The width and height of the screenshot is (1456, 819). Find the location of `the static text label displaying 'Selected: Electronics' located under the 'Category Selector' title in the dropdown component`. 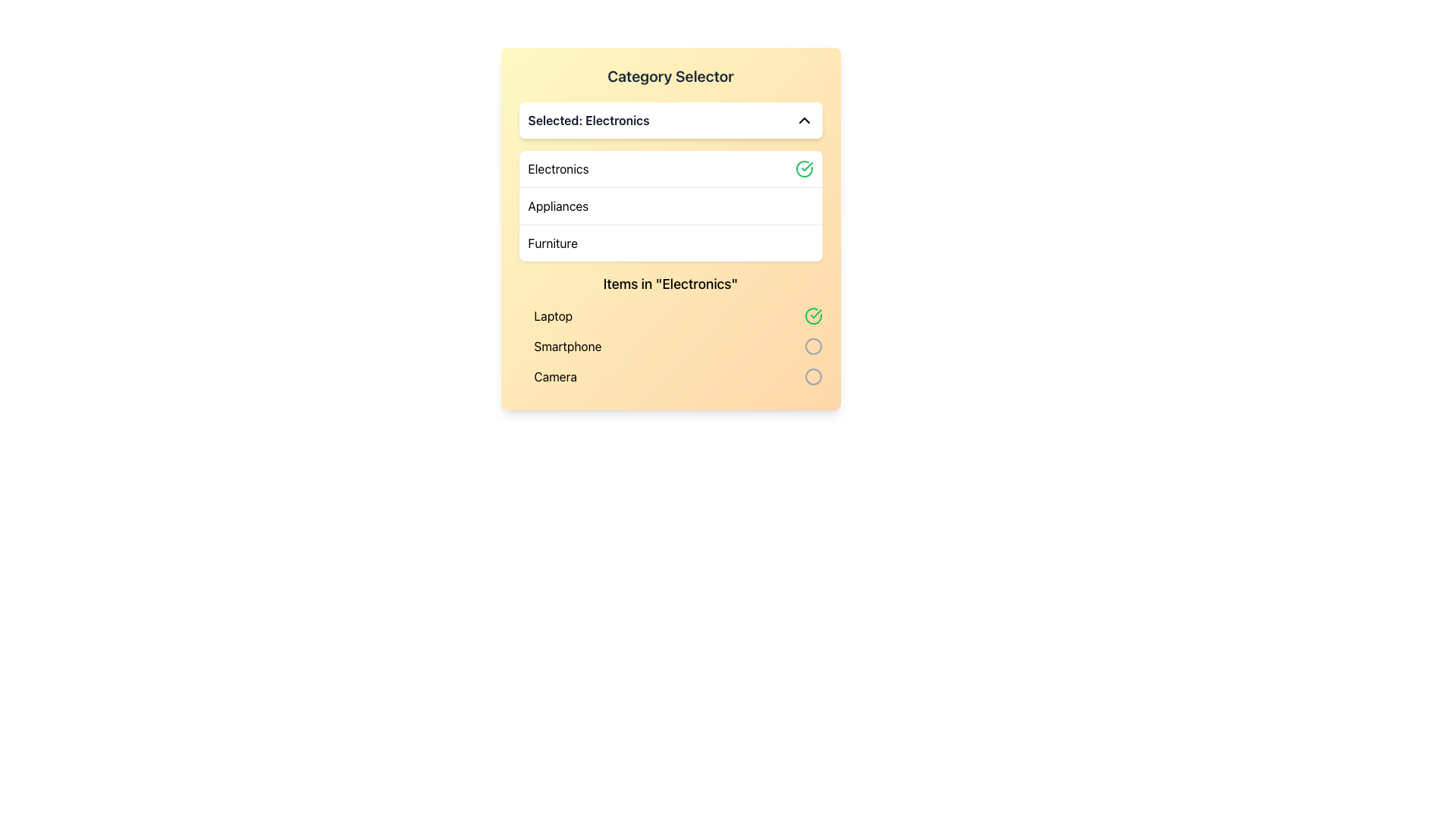

the static text label displaying 'Selected: Electronics' located under the 'Category Selector' title in the dropdown component is located at coordinates (588, 119).